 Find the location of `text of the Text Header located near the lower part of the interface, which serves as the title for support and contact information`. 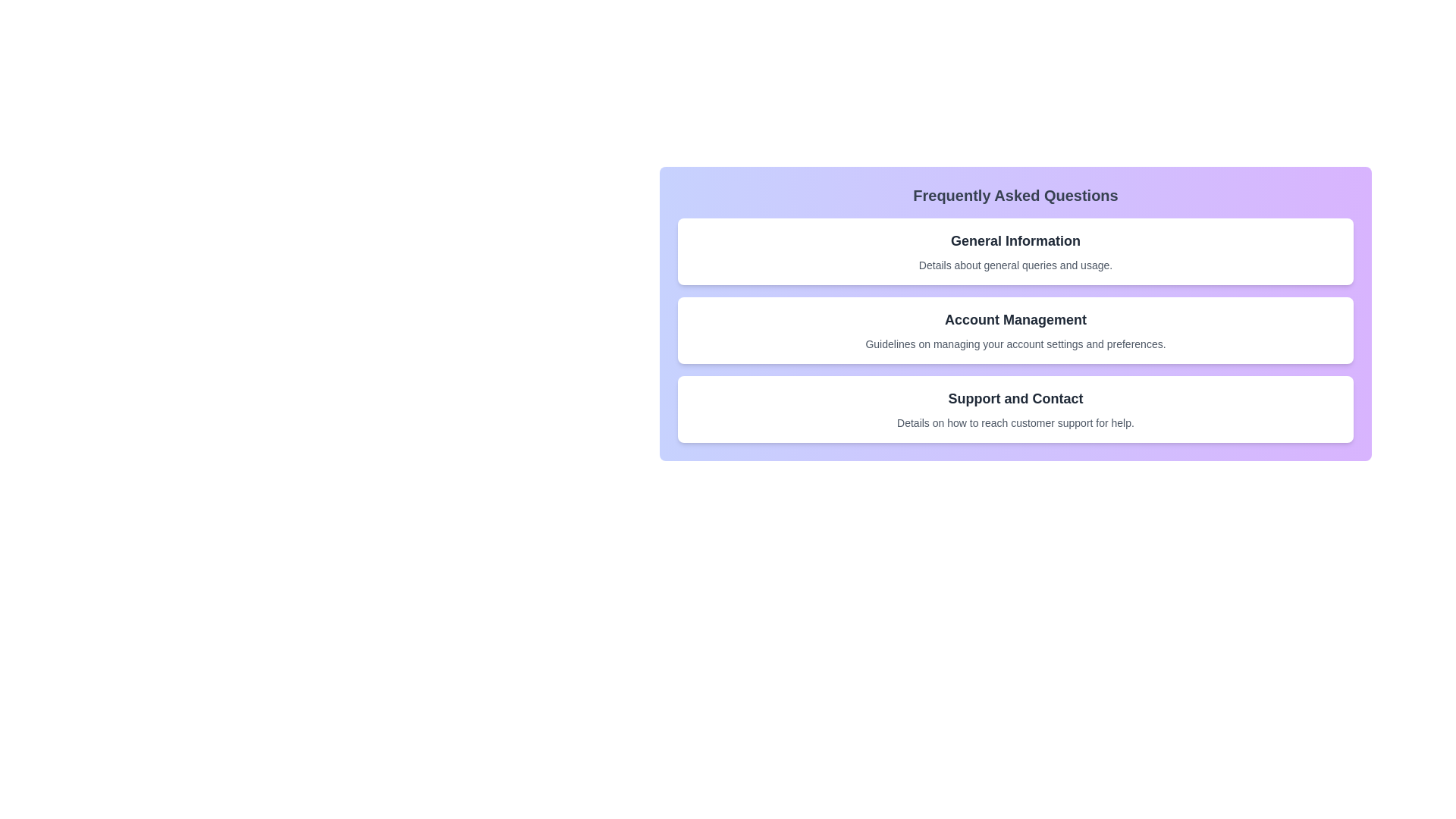

text of the Text Header located near the lower part of the interface, which serves as the title for support and contact information is located at coordinates (1015, 397).